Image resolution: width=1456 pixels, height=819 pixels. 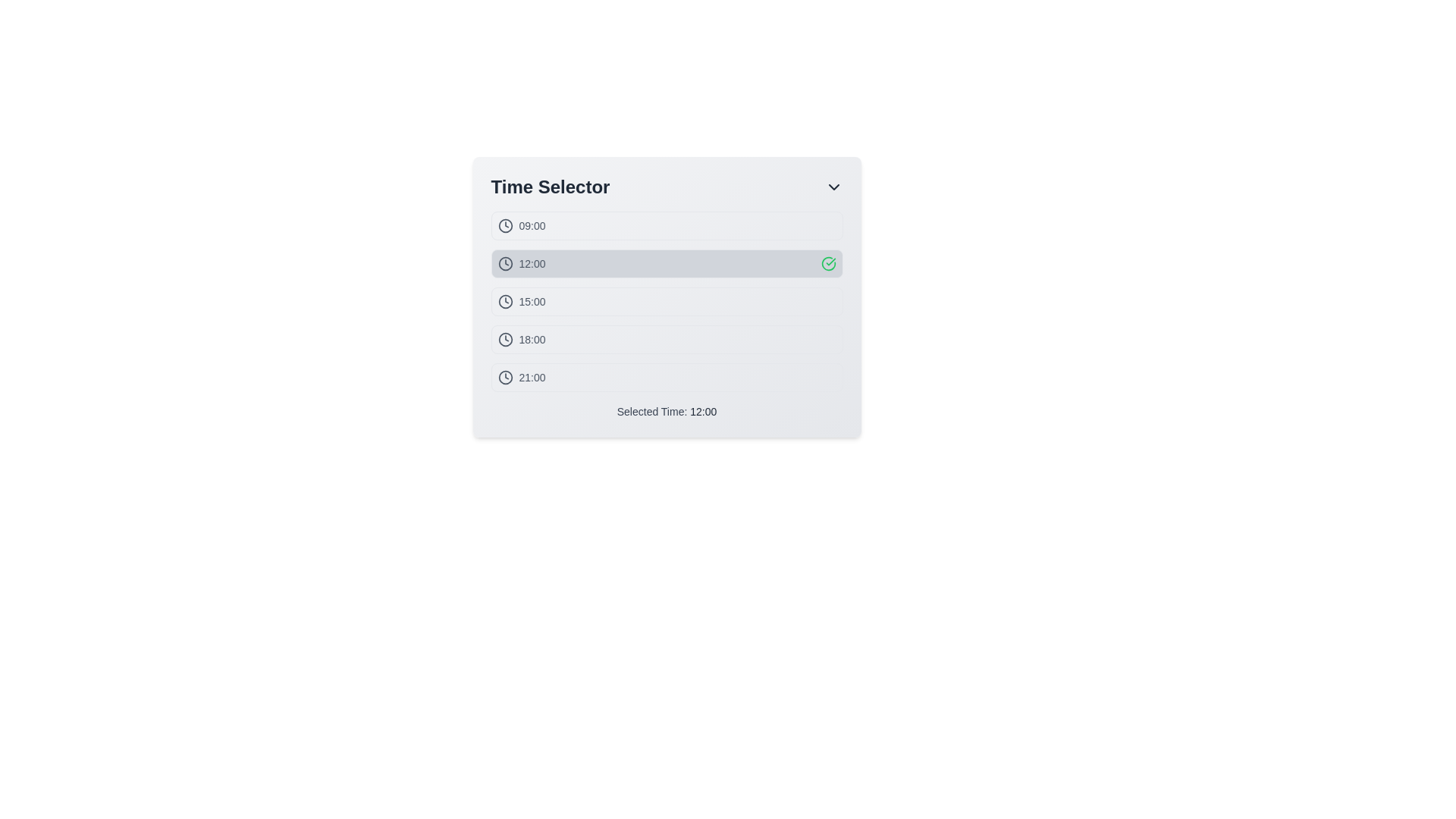 I want to click on the static text display showing 'Selected Time: 12:00' at the bottom of the time selection interface, so click(x=667, y=412).